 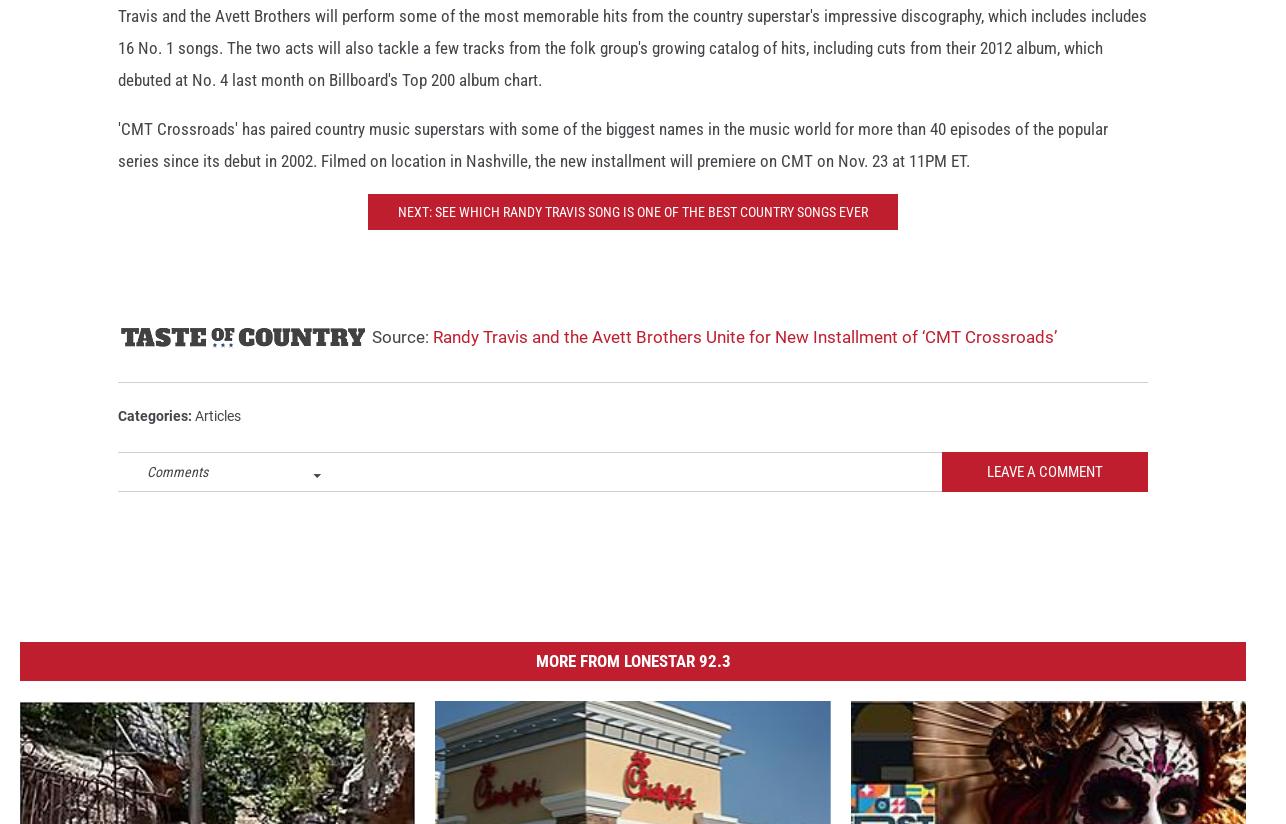 What do you see at coordinates (631, 228) in the screenshot?
I see `'Next: See Which Randy Travis Song Is one of the Best Country Songs Ever'` at bounding box center [631, 228].